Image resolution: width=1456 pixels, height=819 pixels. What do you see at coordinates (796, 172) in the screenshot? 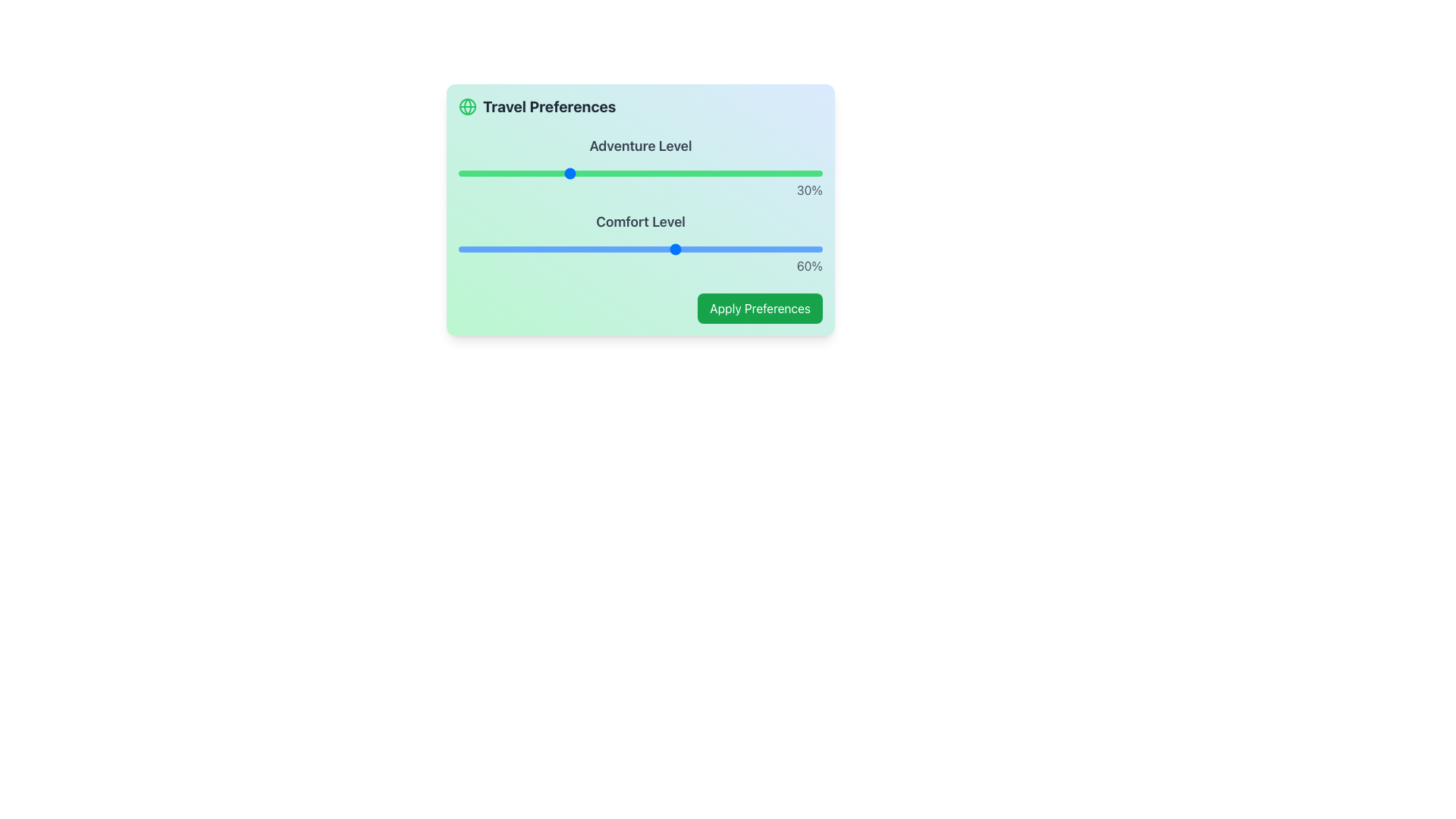
I see `Adventure Level` at bounding box center [796, 172].